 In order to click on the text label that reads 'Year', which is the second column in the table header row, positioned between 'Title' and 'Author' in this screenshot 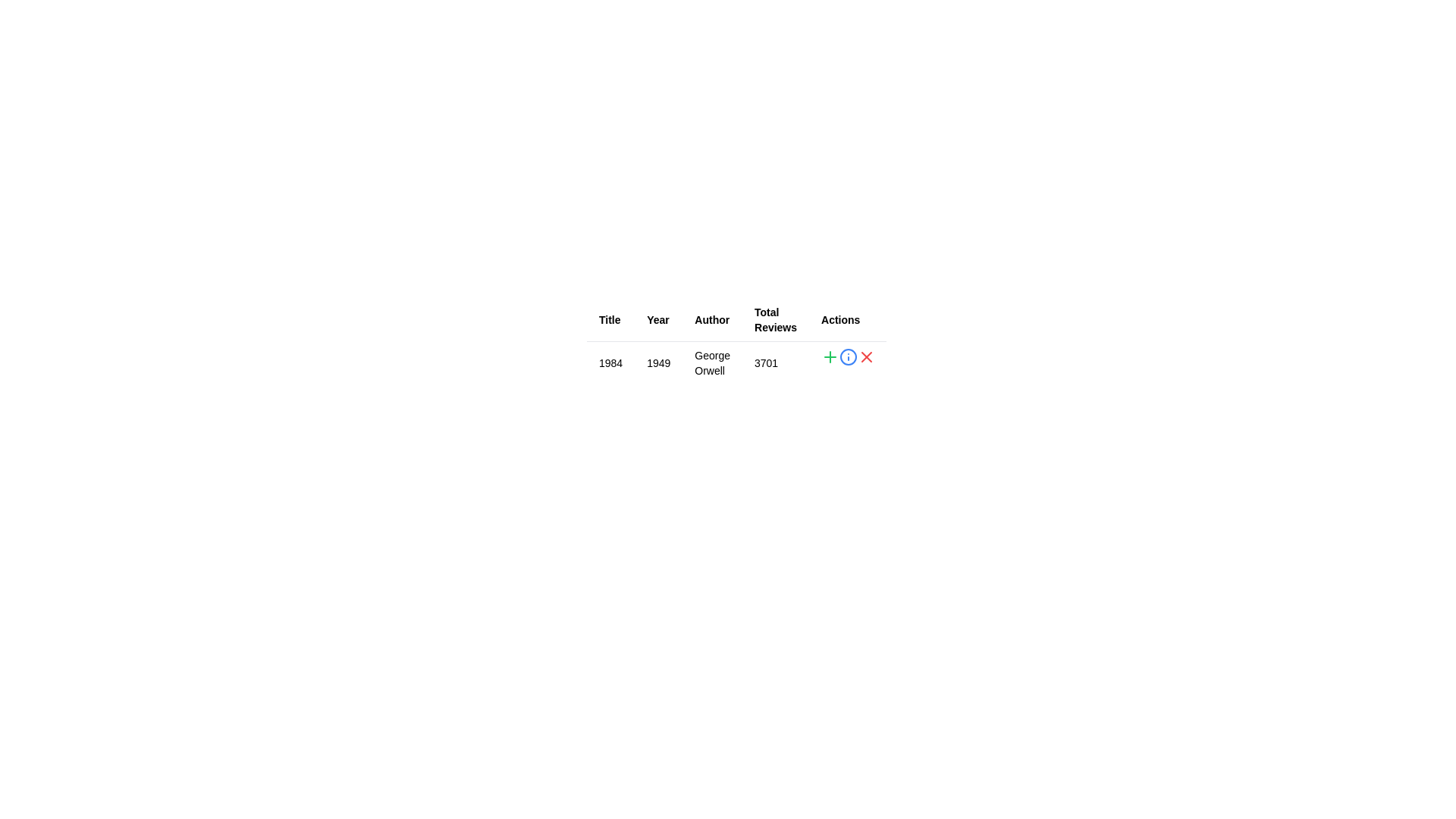, I will do `click(658, 319)`.